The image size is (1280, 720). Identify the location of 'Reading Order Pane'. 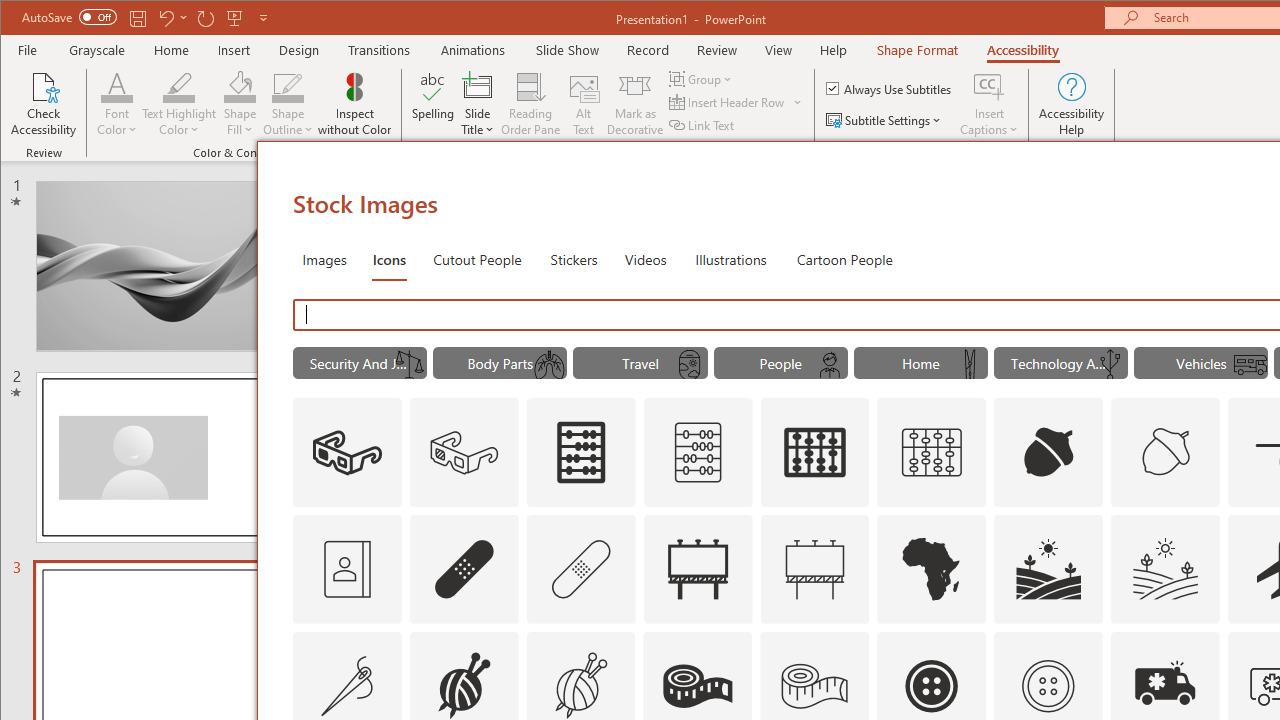
(531, 104).